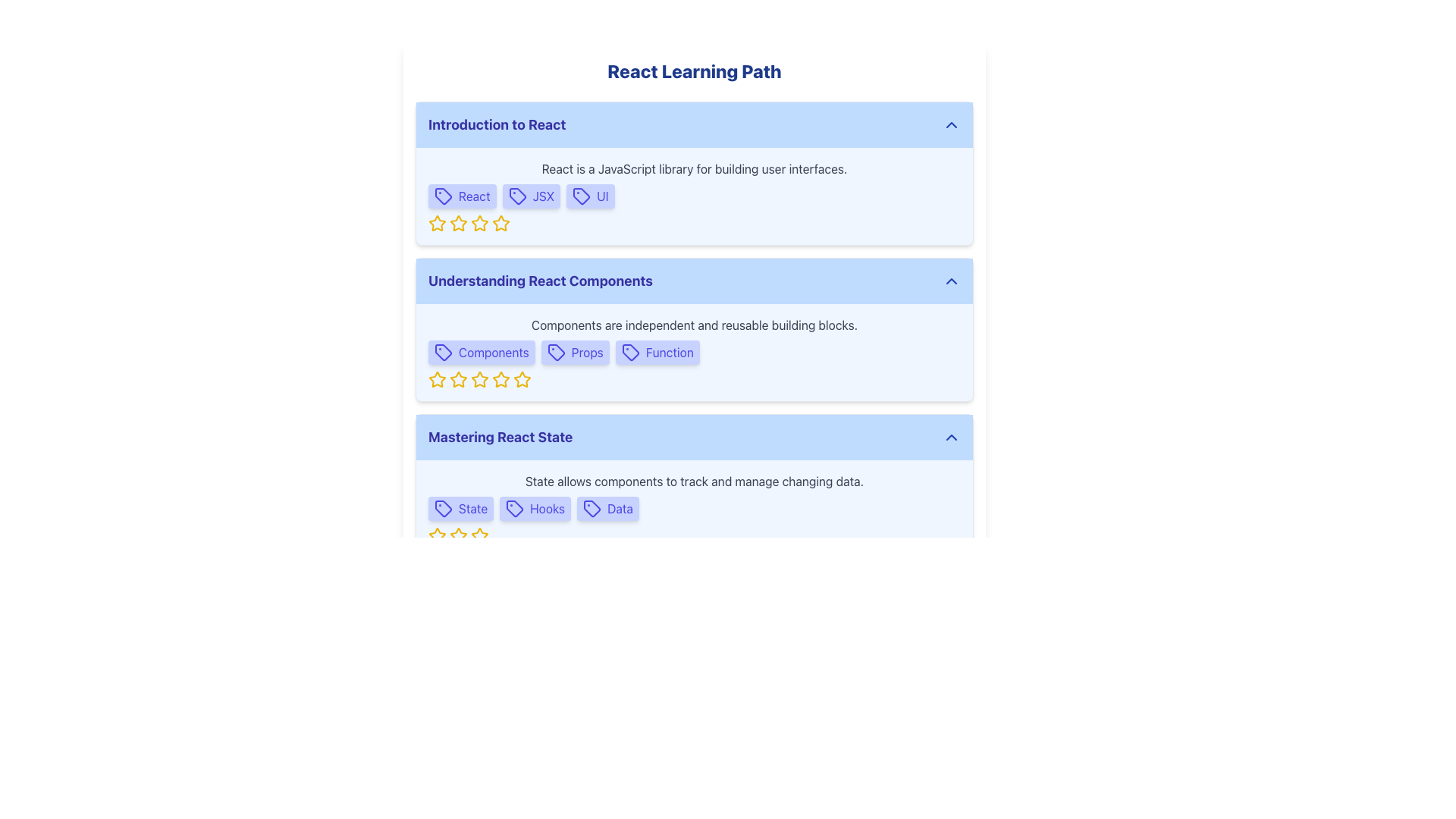 This screenshot has height=819, width=1456. I want to click on the first star in the rating system for the 'Understanding React Components' section, so click(436, 378).